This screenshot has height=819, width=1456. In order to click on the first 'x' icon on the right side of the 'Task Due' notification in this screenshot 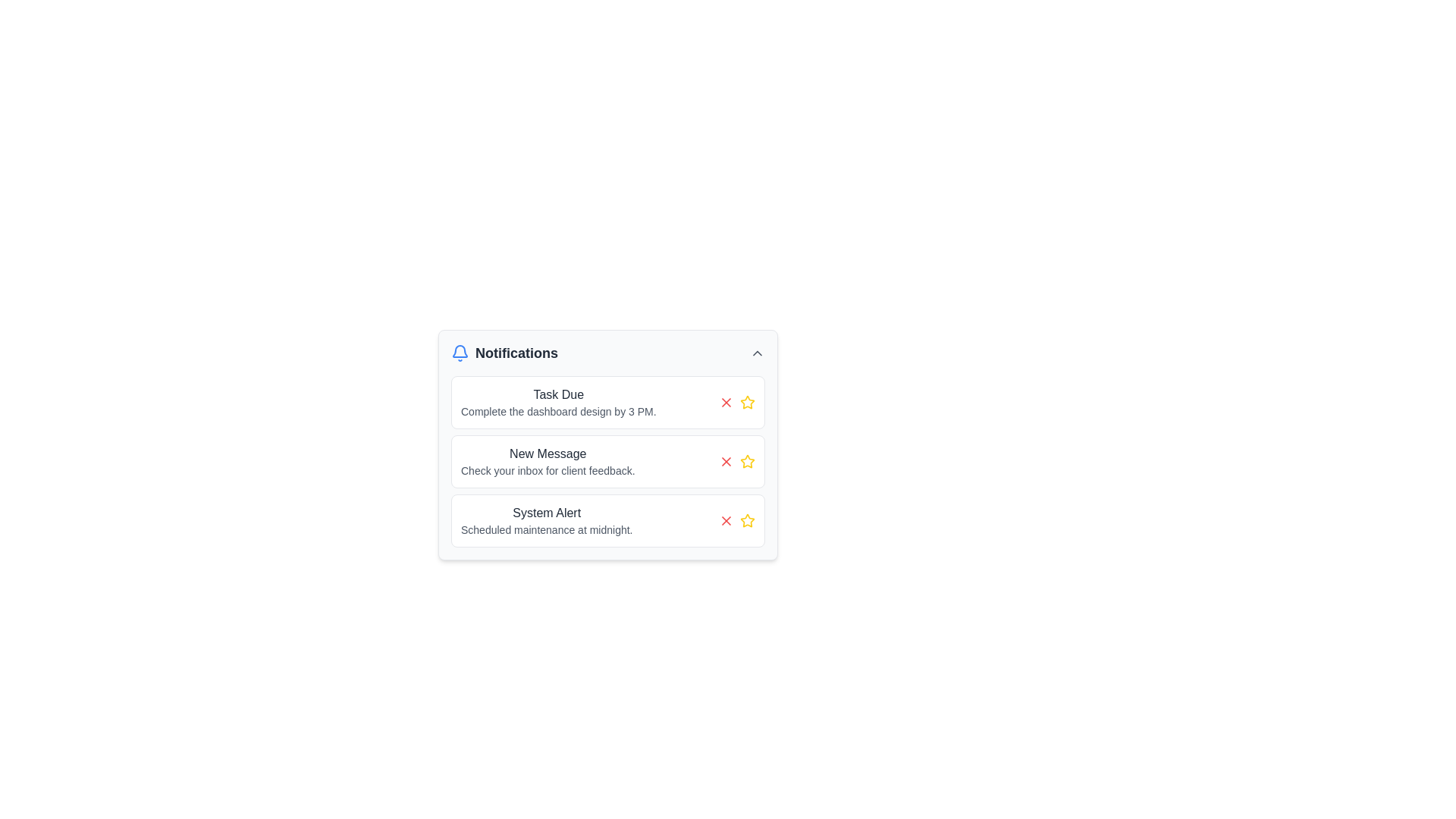, I will do `click(726, 402)`.